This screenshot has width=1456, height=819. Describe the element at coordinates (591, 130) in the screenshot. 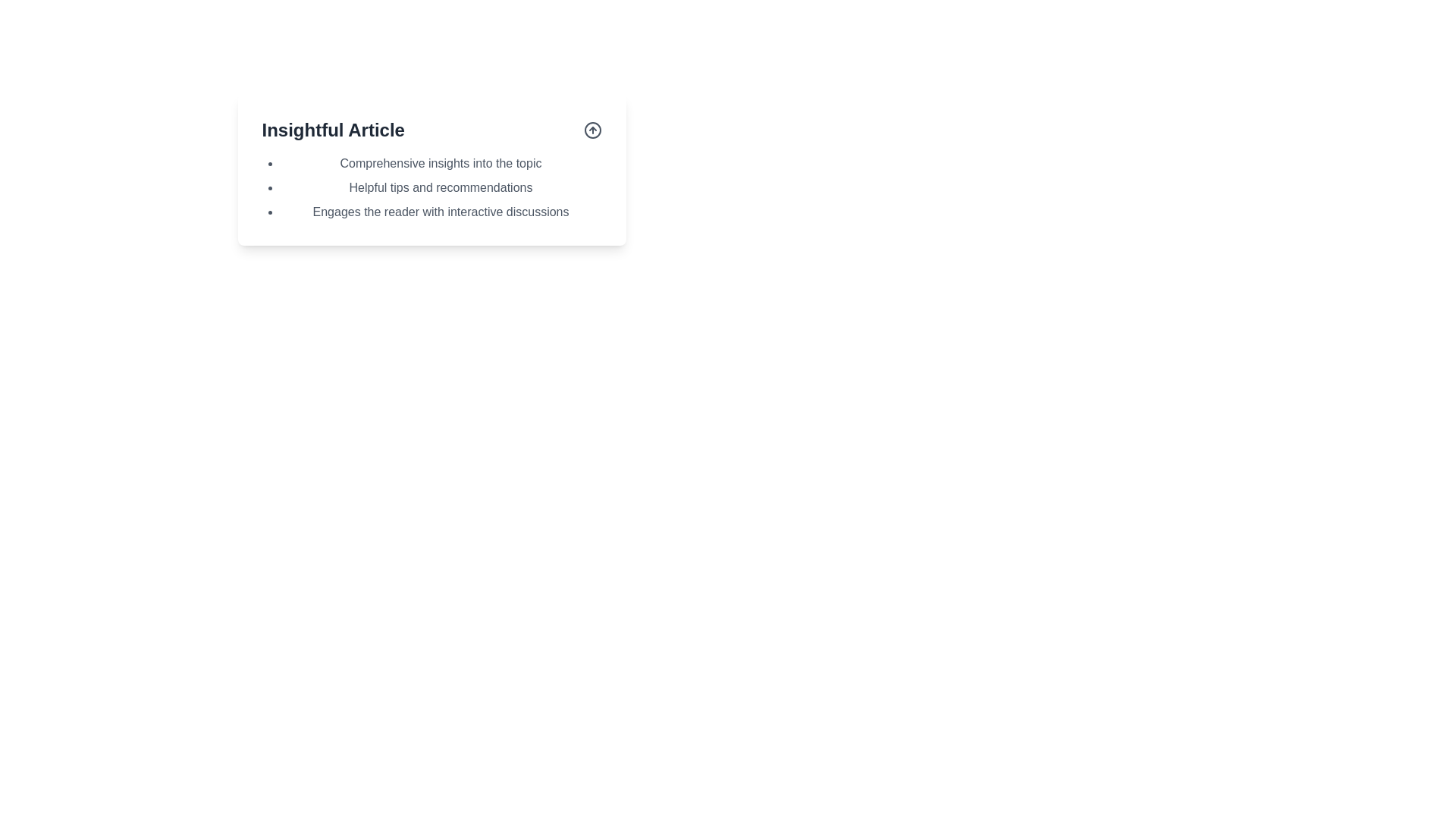

I see `the circular arrow icon indicating an action, which is positioned to the right of the text 'Insightful Article'` at that location.